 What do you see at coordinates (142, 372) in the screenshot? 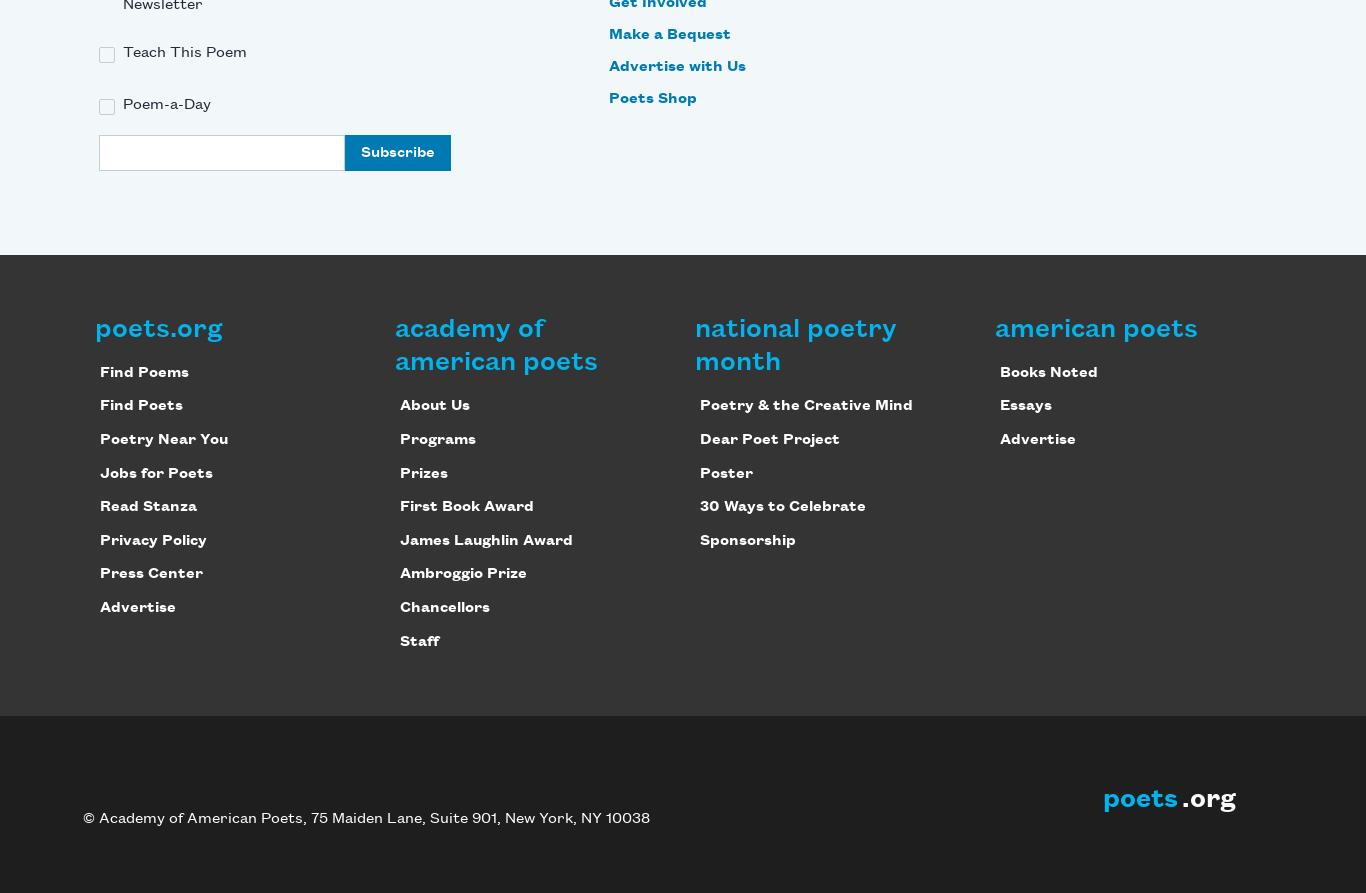
I see `'Find Poems'` at bounding box center [142, 372].